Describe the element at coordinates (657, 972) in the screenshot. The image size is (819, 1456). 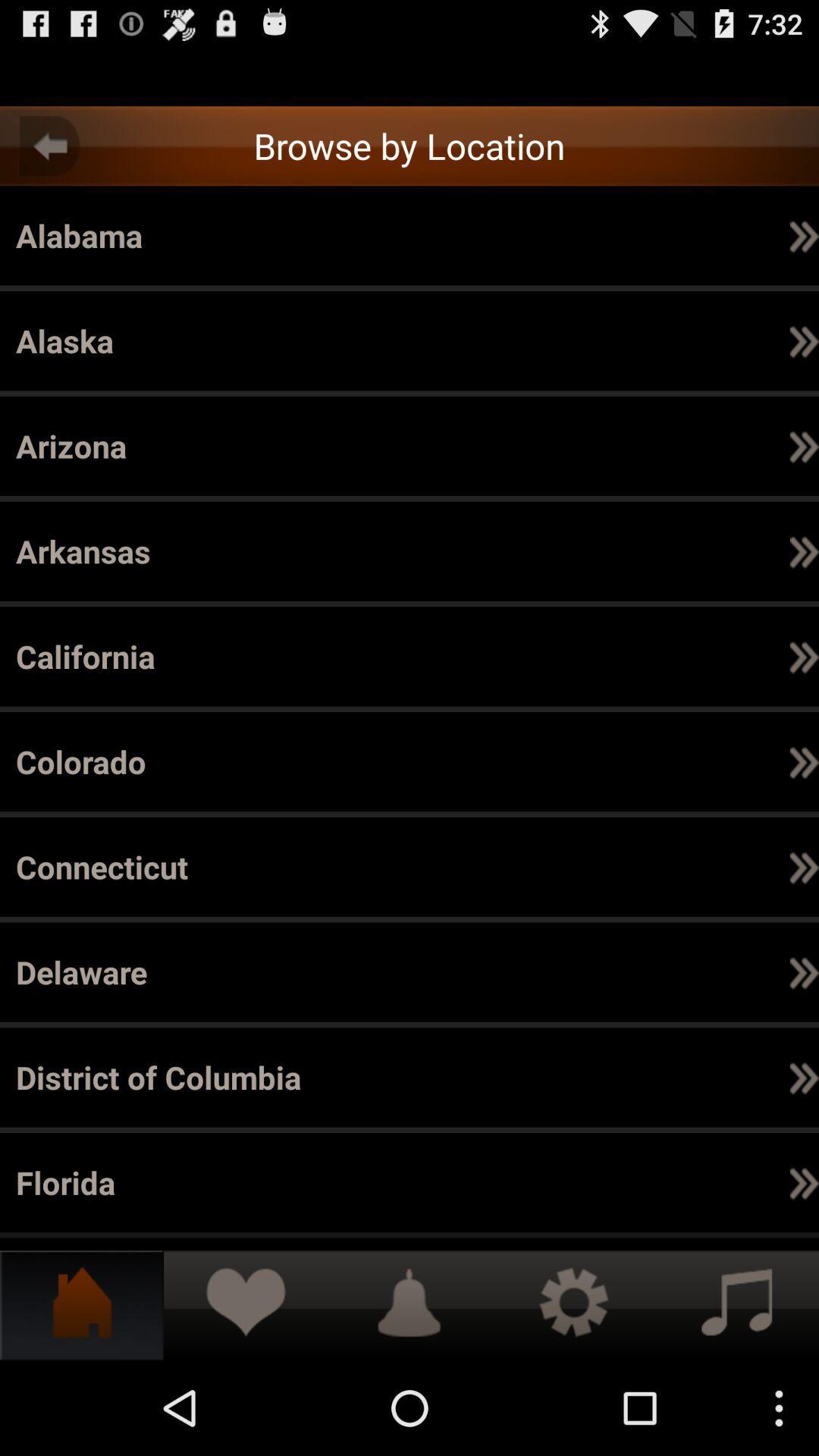
I see `the icon next to the   contra costa item` at that location.